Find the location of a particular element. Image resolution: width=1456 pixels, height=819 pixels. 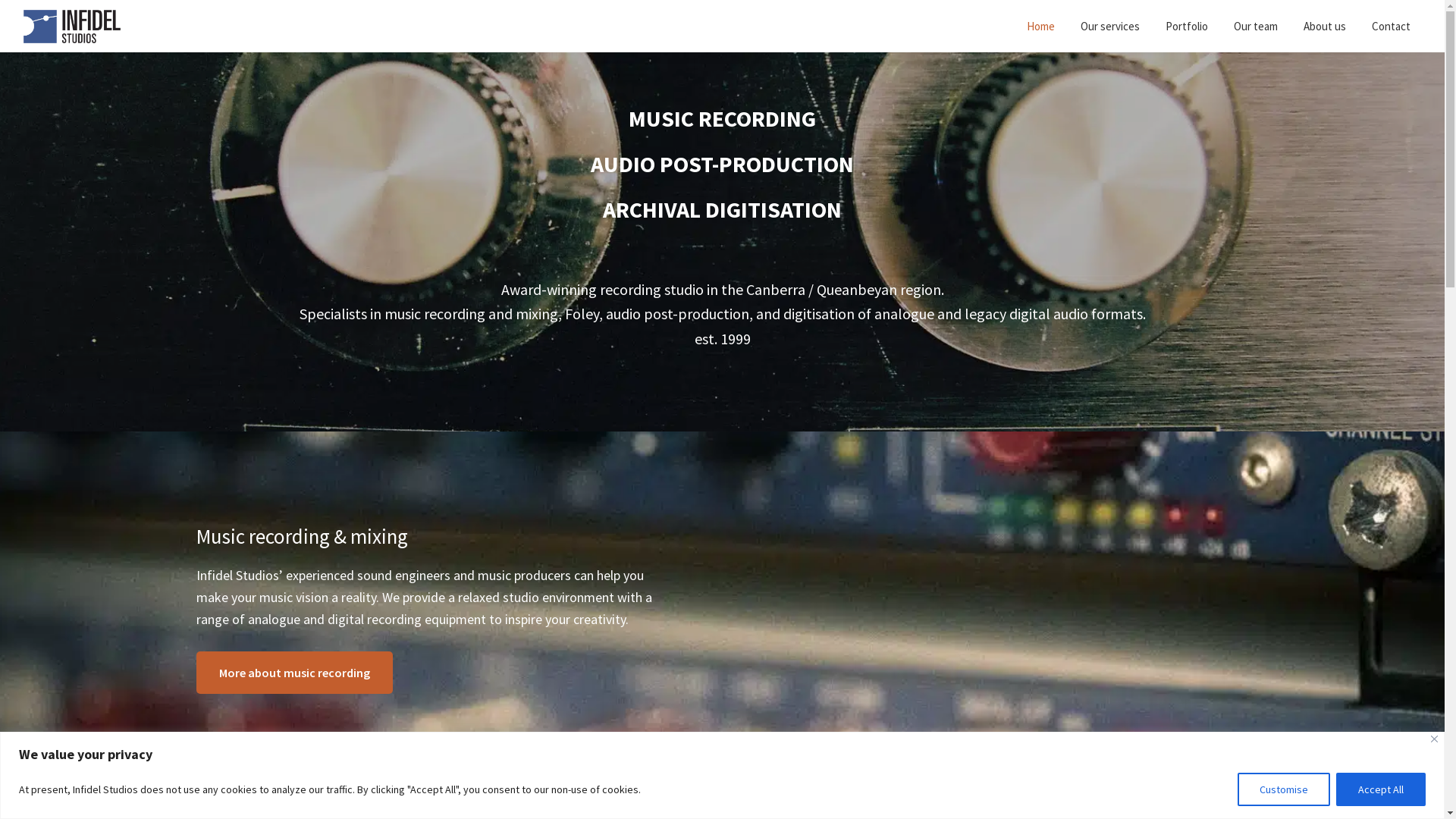

'Accept All' is located at coordinates (1380, 788).